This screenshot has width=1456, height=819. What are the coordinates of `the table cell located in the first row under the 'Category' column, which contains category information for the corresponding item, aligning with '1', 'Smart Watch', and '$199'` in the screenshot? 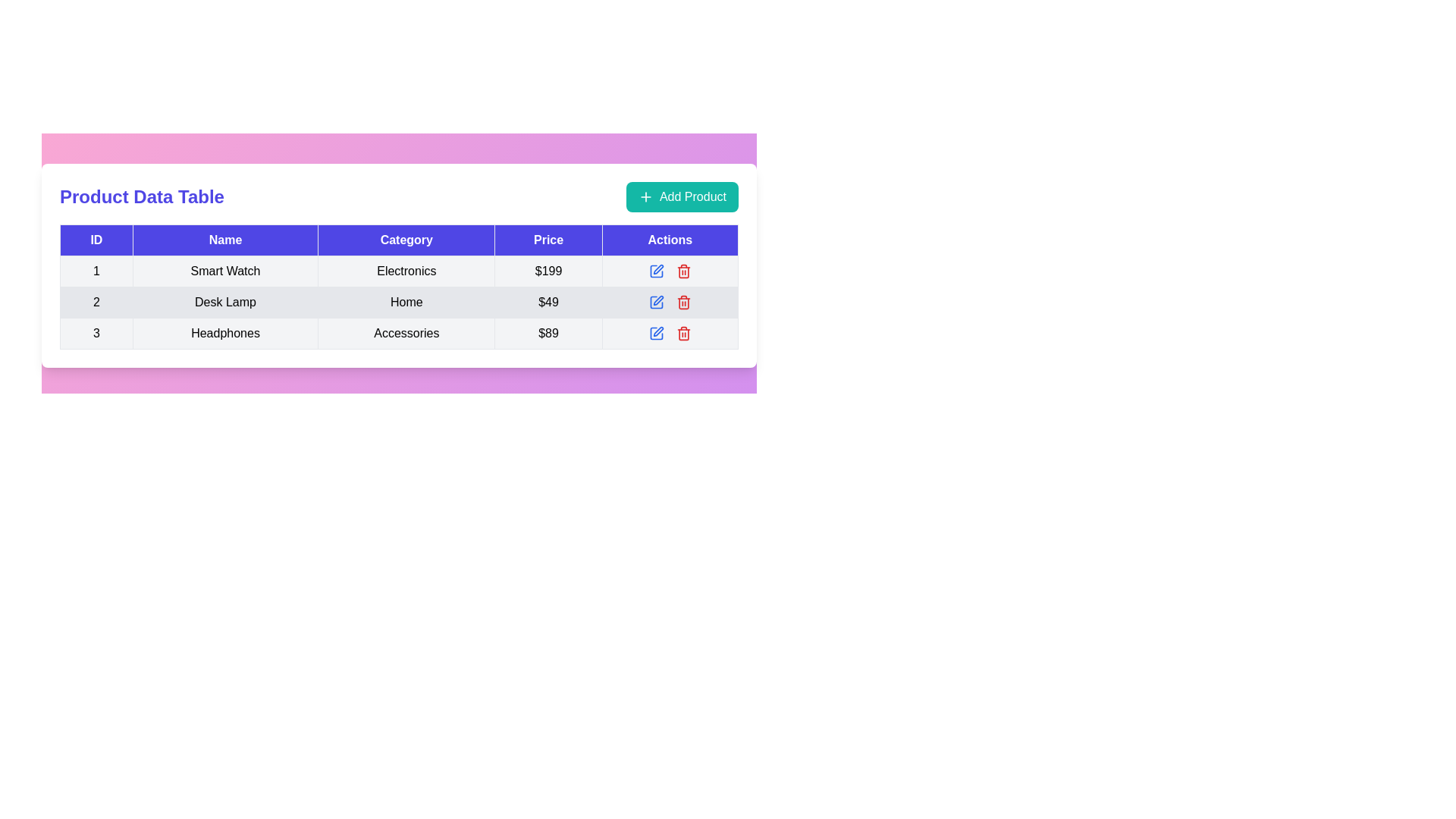 It's located at (406, 271).